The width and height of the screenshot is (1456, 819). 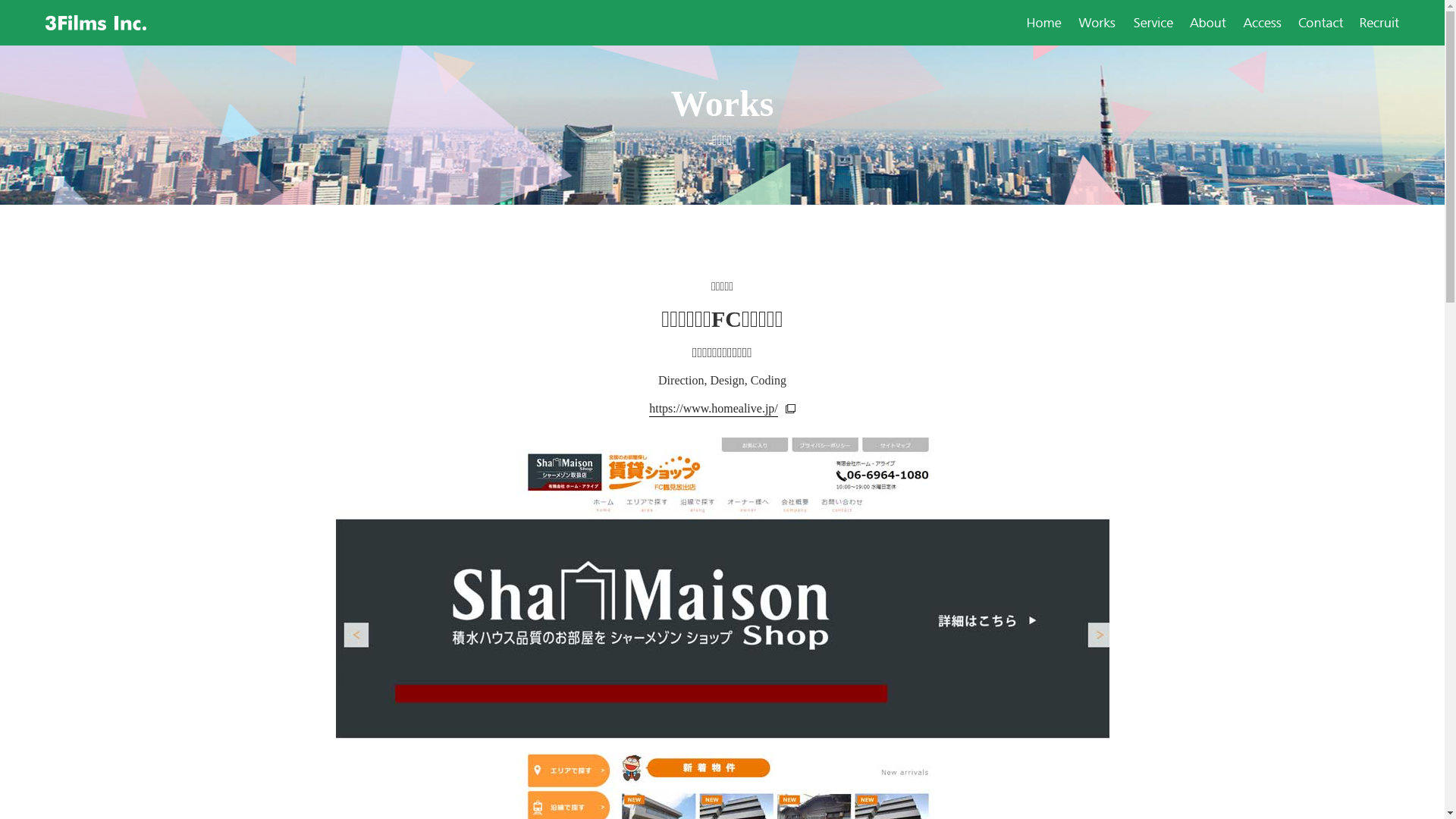 What do you see at coordinates (648, 406) in the screenshot?
I see `'https://www.homealive.jp/'` at bounding box center [648, 406].